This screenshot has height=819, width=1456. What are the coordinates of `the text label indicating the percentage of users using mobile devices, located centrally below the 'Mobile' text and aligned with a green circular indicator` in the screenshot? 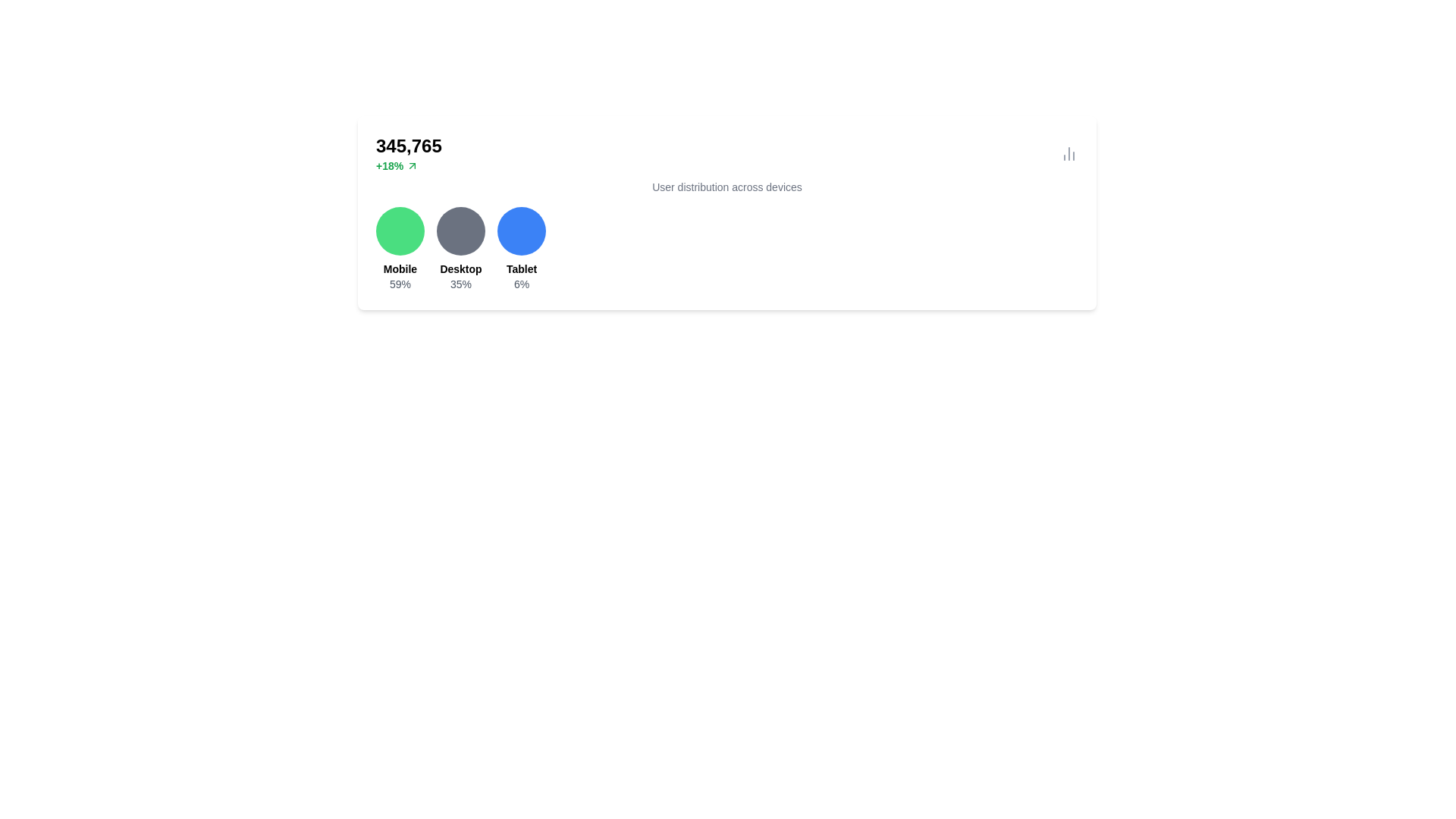 It's located at (400, 284).